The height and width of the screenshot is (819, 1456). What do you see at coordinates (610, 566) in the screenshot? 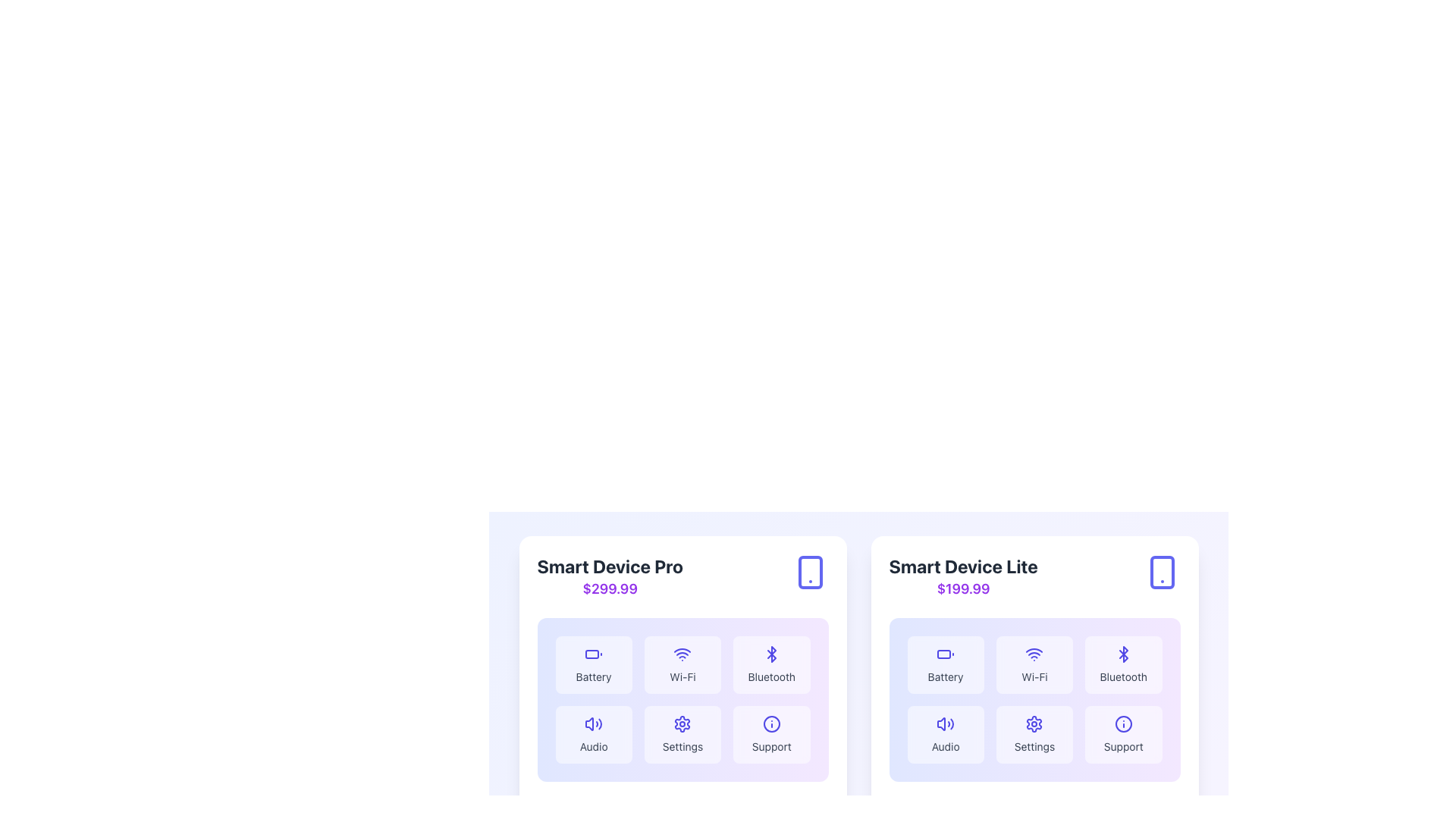
I see `the title text element located in the top-left corner of the product card, positioned above the price of $299.99` at bounding box center [610, 566].